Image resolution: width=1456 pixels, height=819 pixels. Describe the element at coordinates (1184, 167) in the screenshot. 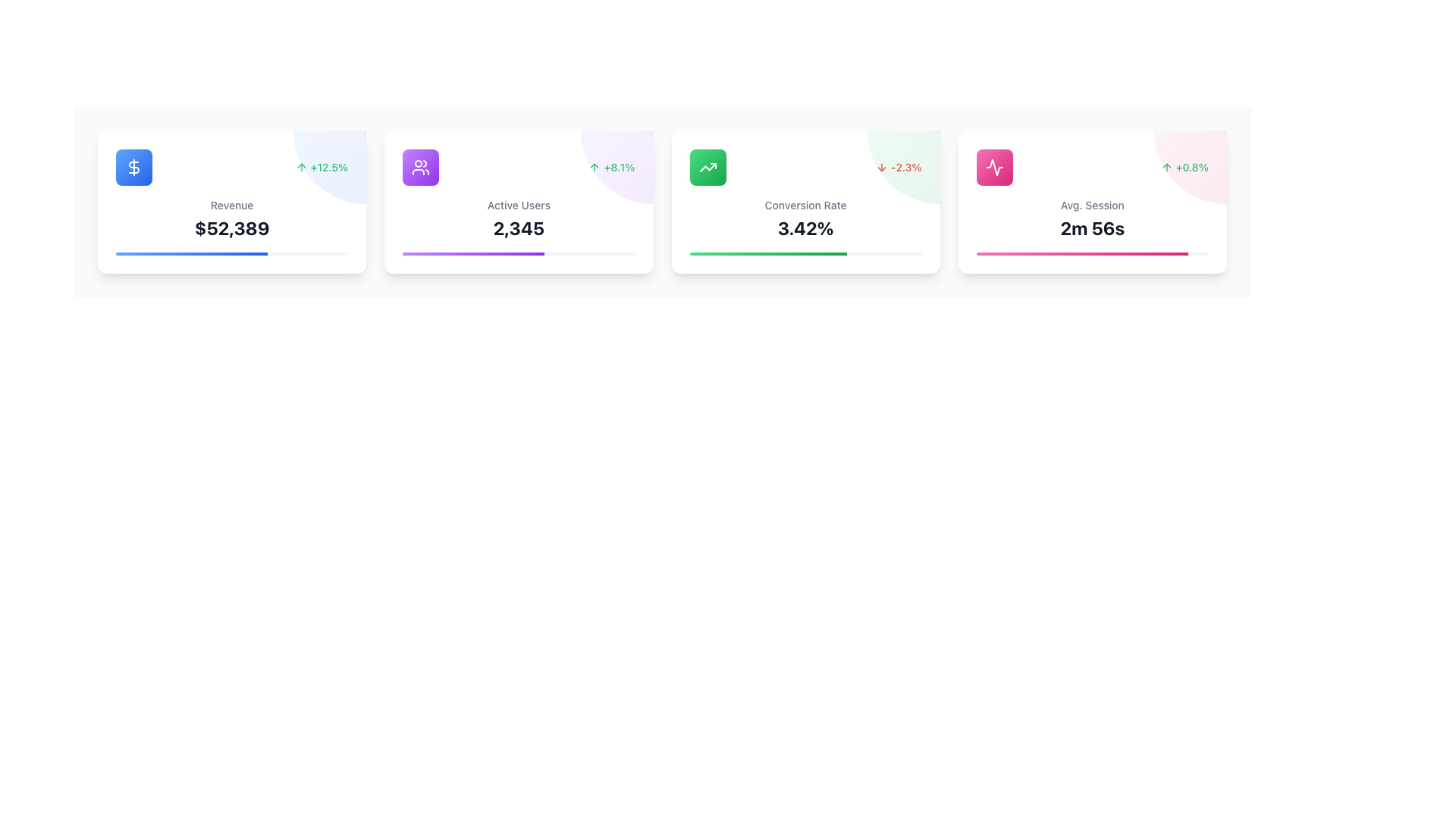

I see `the Icon and Text indicating a percentage increase located in the top-right corner of the 'Avg. Session' card` at that location.